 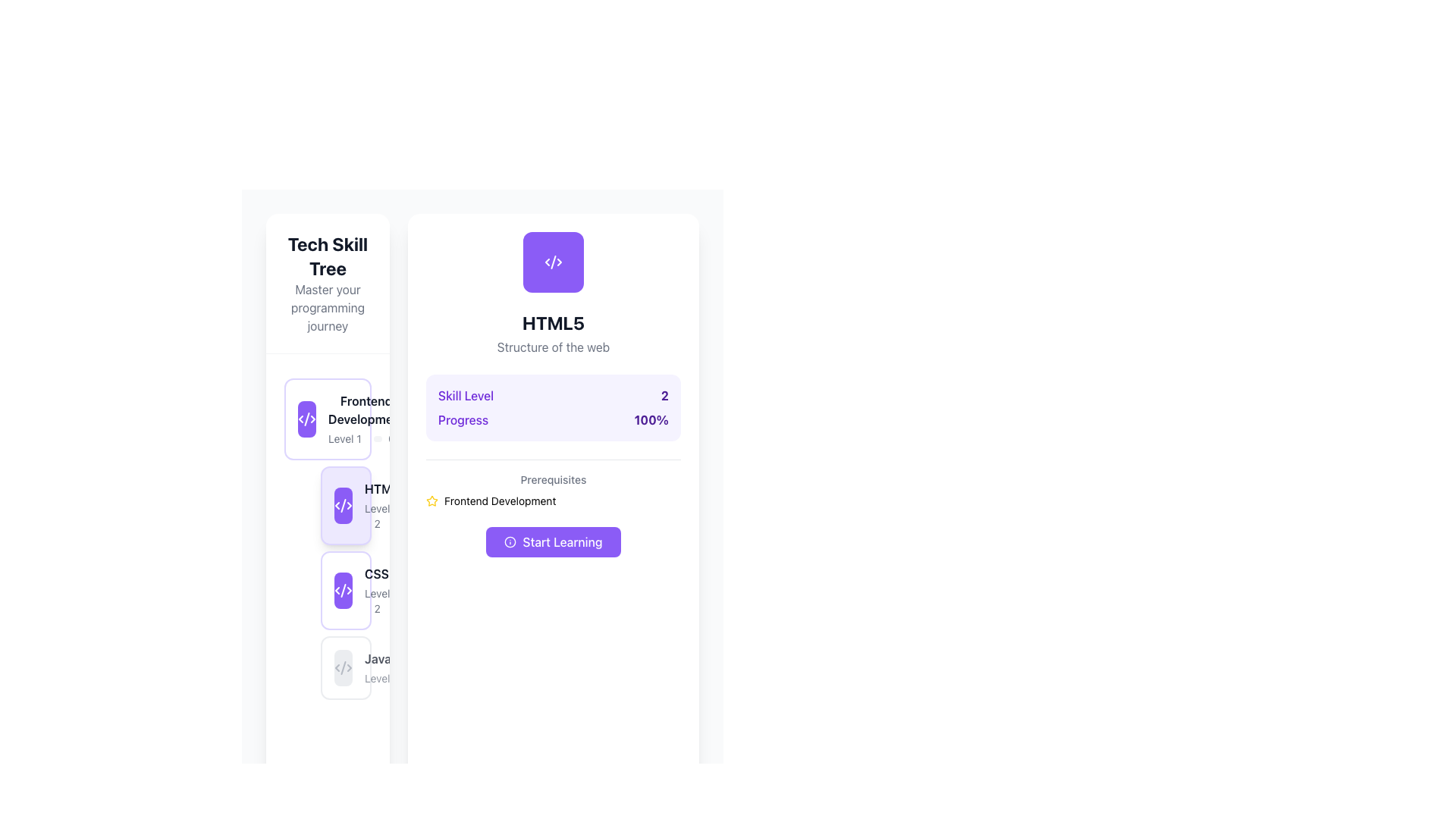 I want to click on the Text block displaying 'HTML5' and 'Structure of the web', so click(x=552, y=332).